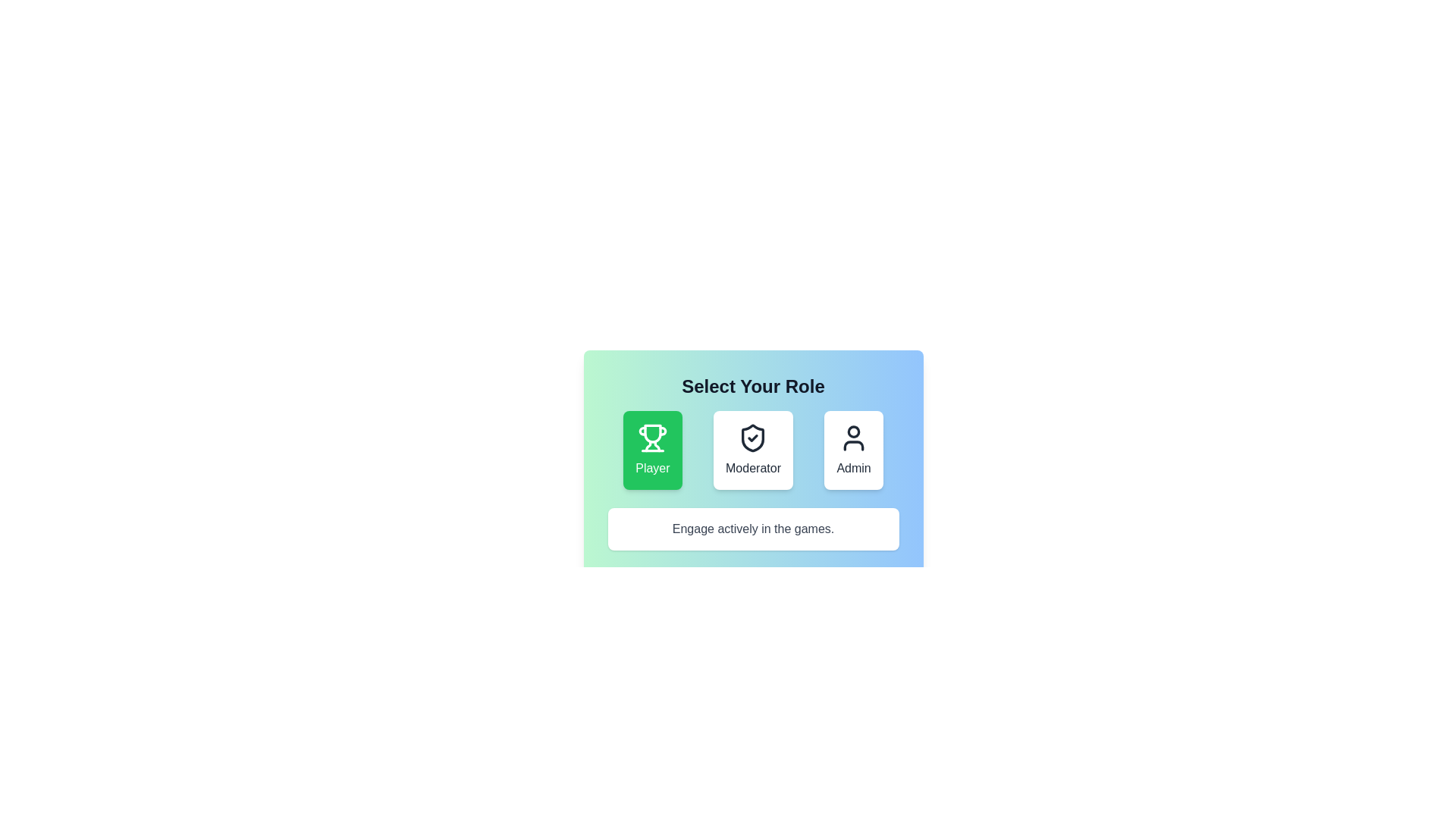 Image resolution: width=1456 pixels, height=819 pixels. I want to click on the role Player by clicking its button, so click(652, 450).